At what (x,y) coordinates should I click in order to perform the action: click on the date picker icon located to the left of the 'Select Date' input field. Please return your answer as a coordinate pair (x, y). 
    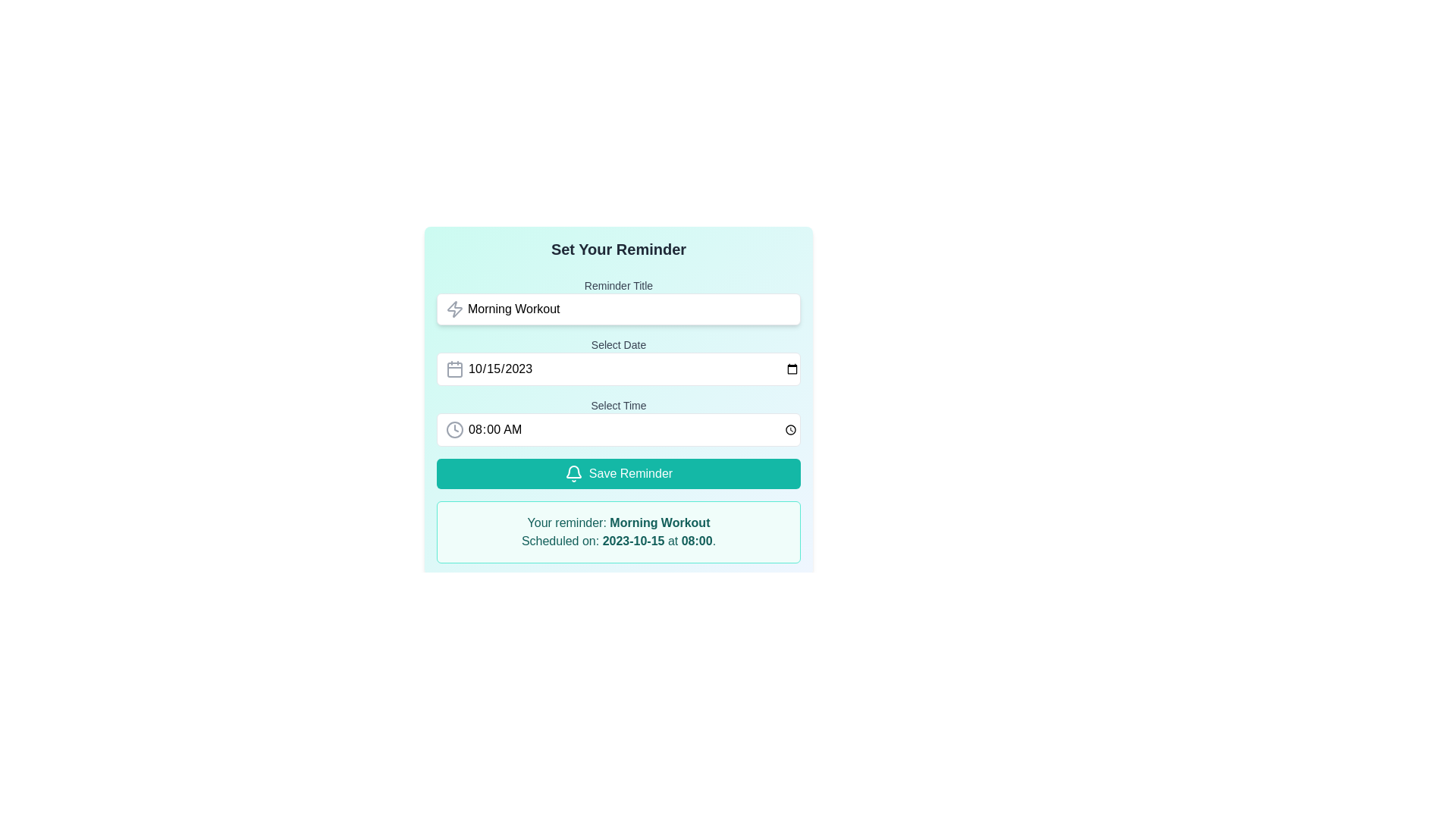
    Looking at the image, I should click on (454, 369).